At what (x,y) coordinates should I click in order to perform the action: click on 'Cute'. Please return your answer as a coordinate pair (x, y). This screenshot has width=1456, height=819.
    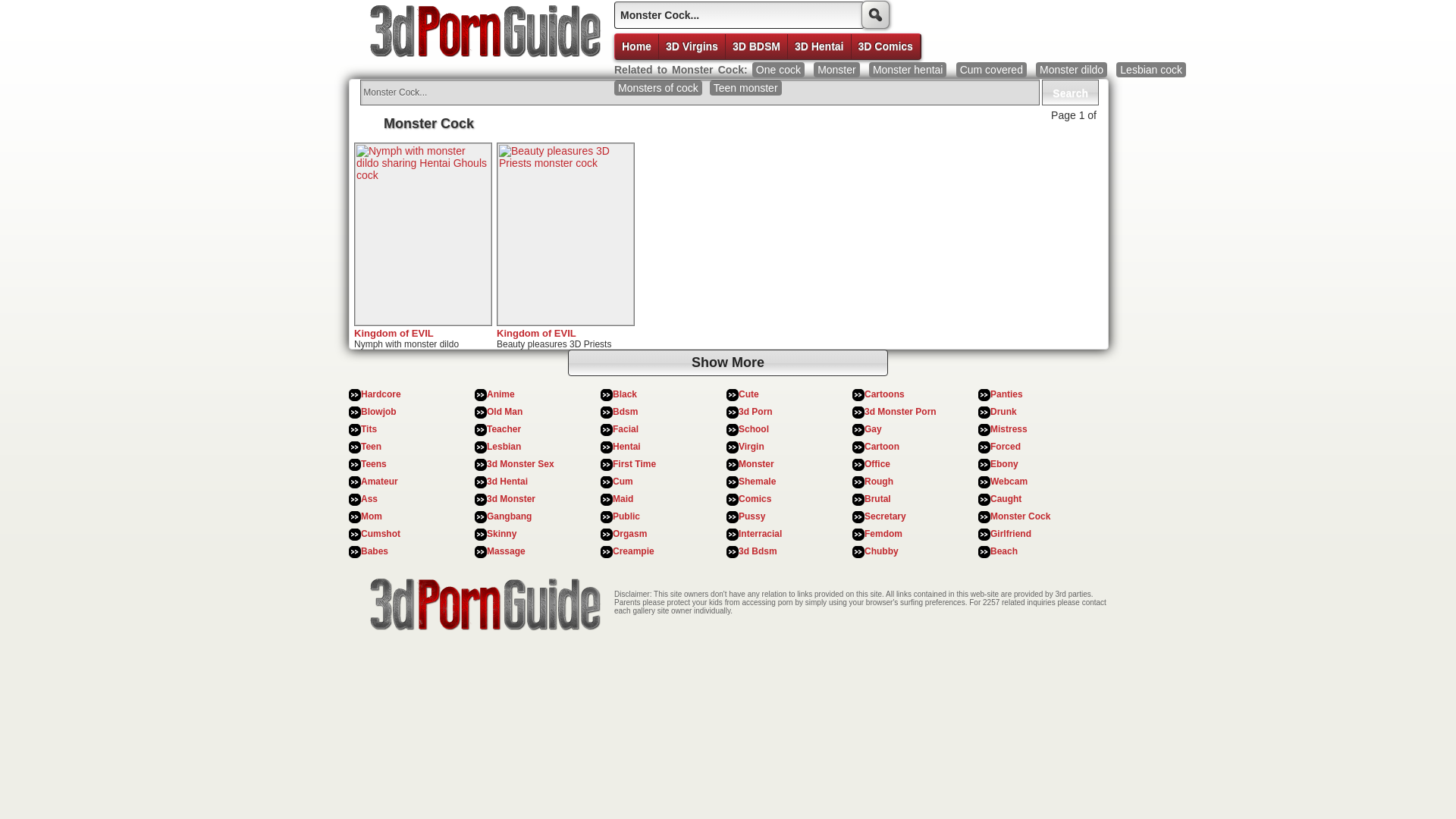
    Looking at the image, I should click on (739, 394).